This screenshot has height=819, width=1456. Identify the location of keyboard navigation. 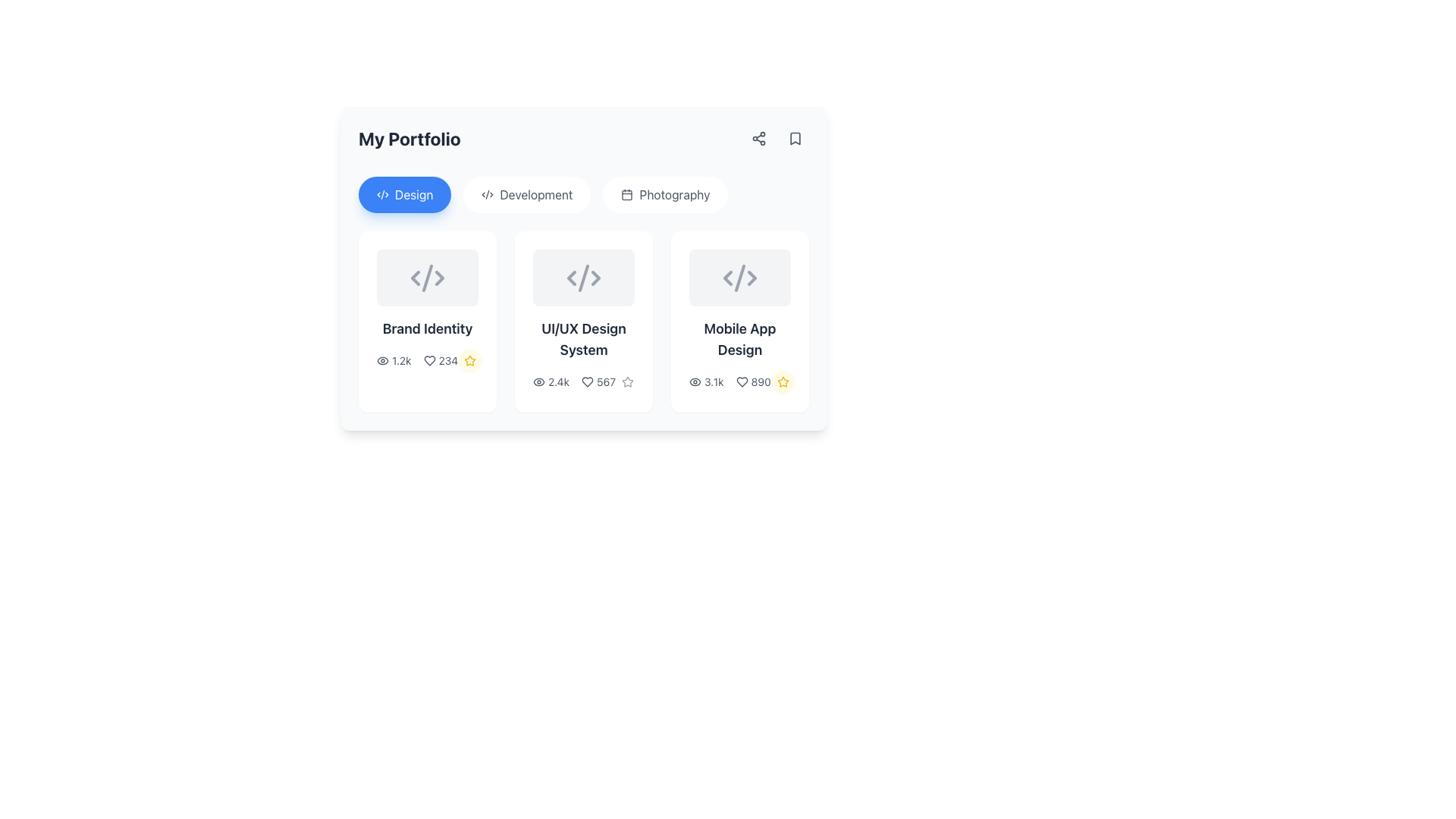
(627, 194).